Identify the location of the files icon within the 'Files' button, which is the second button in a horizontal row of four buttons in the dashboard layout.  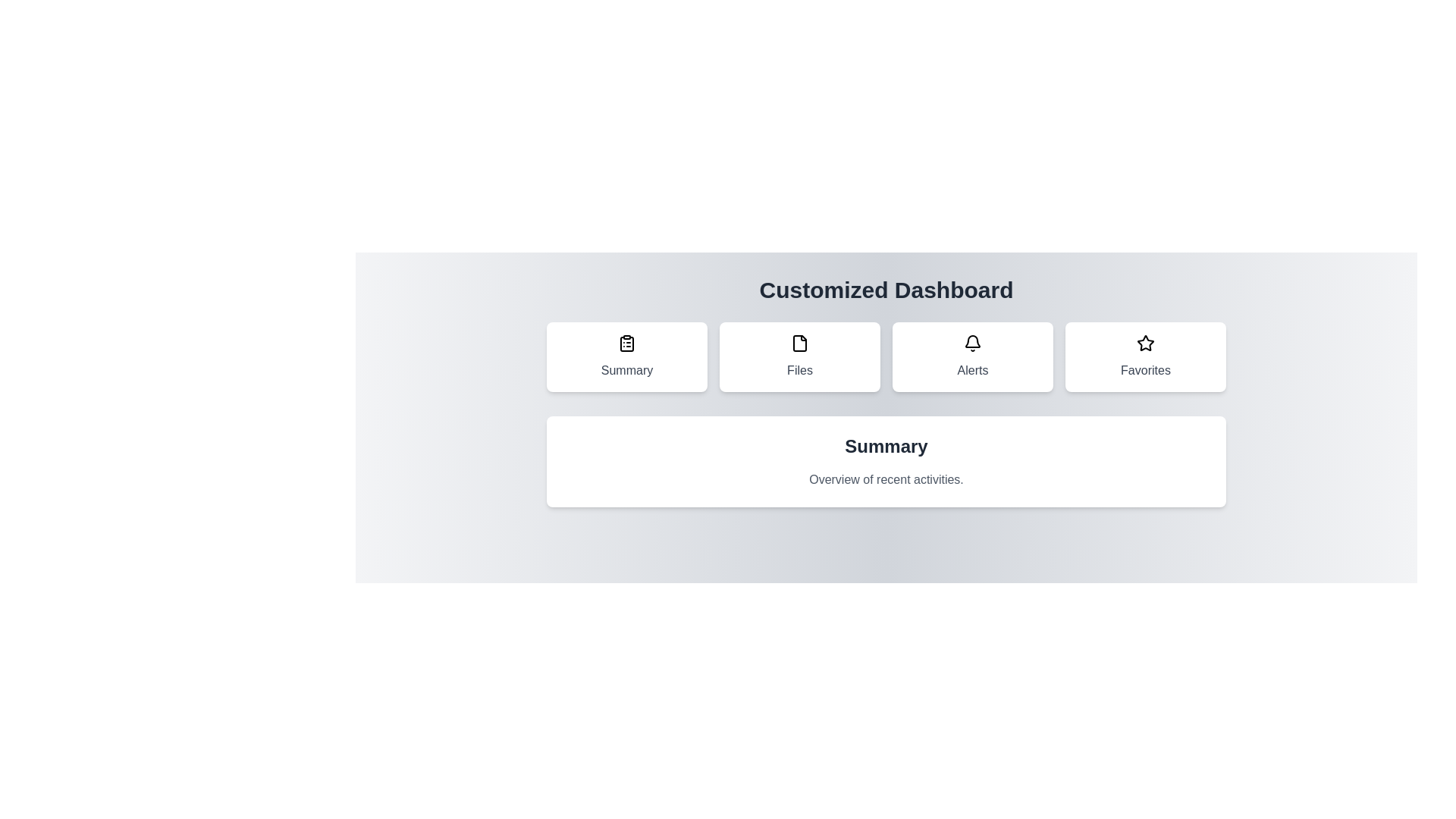
(799, 343).